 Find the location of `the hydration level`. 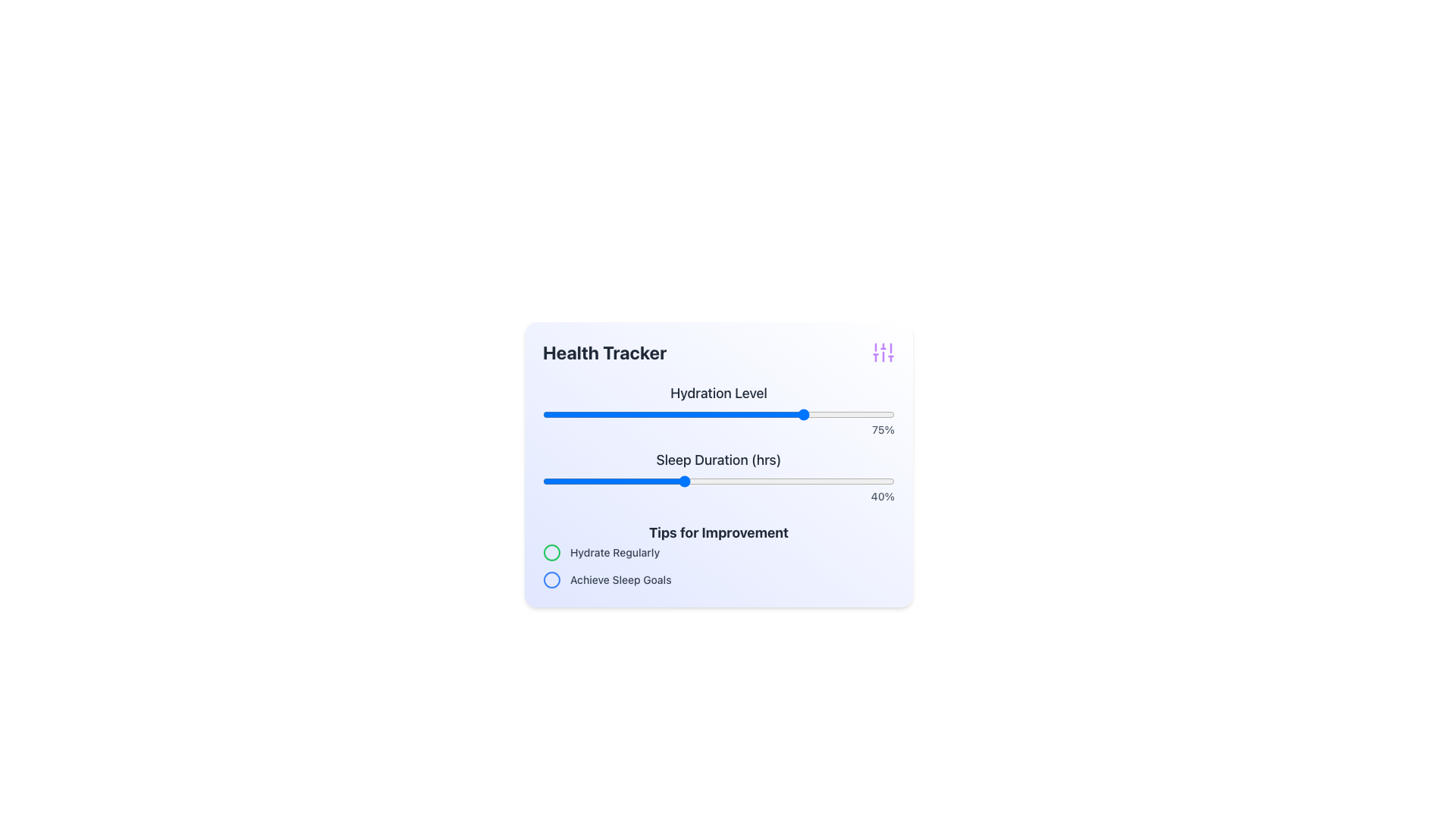

the hydration level is located at coordinates (711, 415).